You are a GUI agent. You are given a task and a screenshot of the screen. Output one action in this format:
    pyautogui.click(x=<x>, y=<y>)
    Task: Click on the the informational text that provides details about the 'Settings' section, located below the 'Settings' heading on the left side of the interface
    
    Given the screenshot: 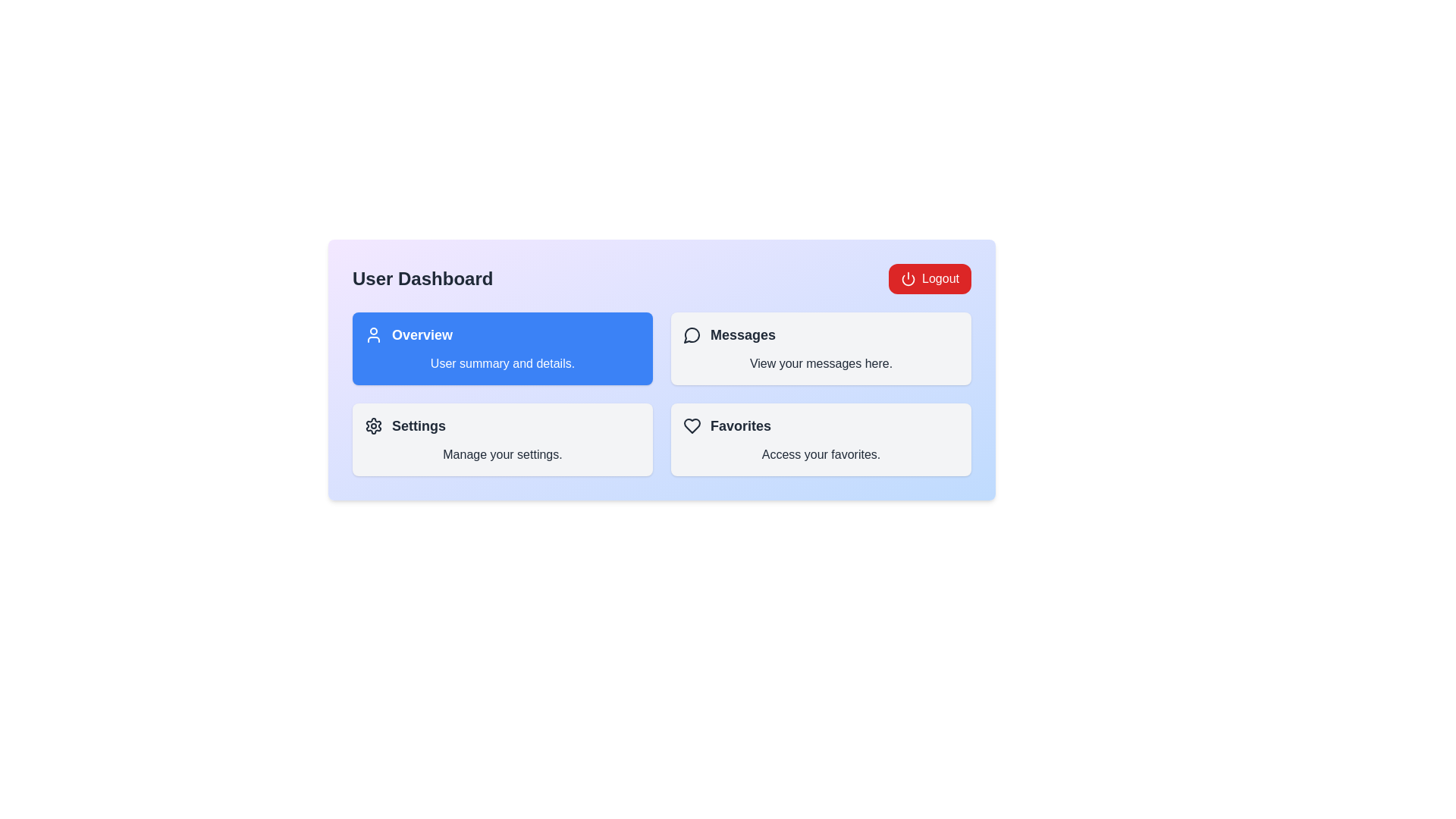 What is the action you would take?
    pyautogui.click(x=502, y=454)
    